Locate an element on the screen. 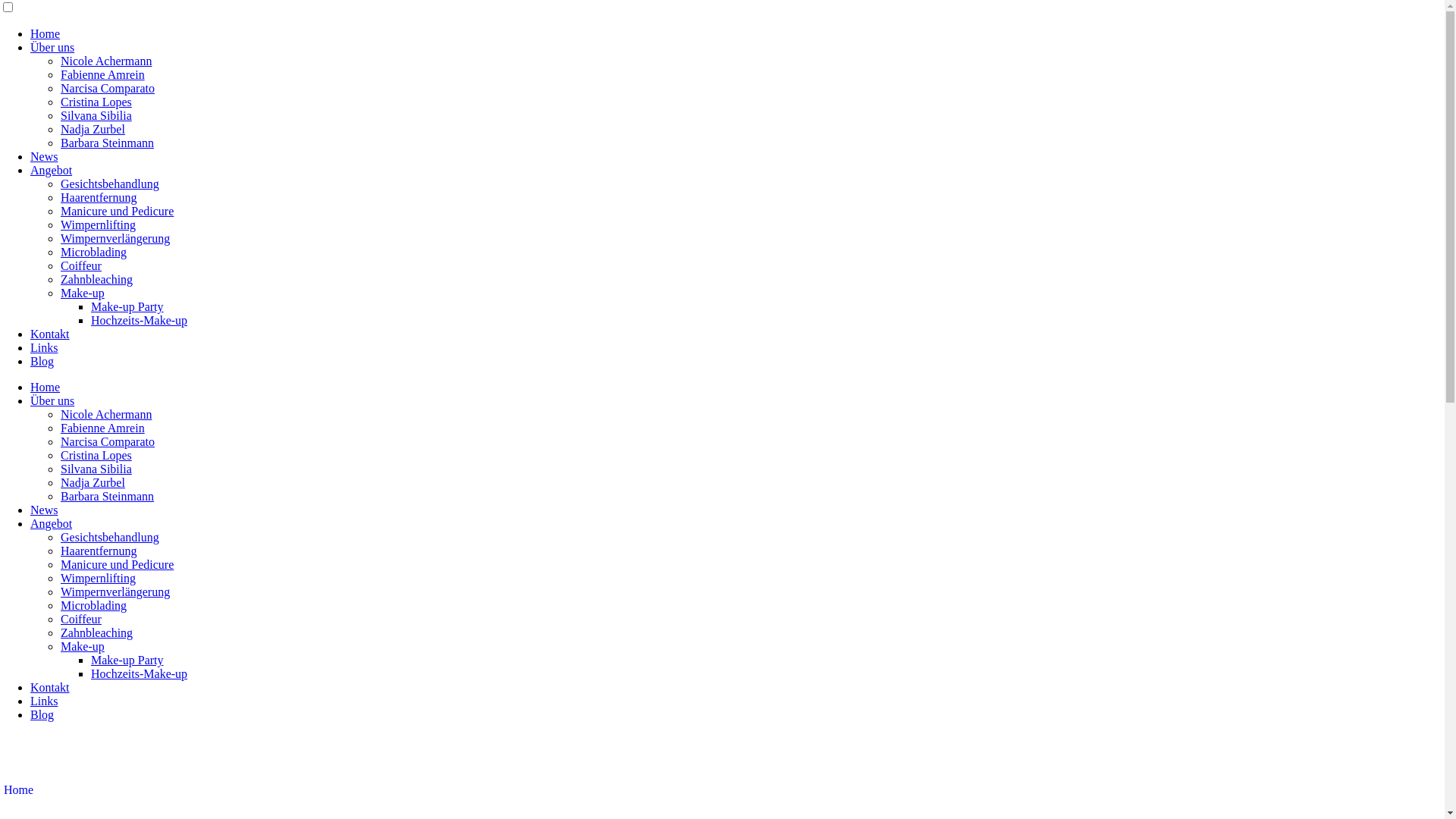  'Cristina Lopes' is located at coordinates (95, 454).